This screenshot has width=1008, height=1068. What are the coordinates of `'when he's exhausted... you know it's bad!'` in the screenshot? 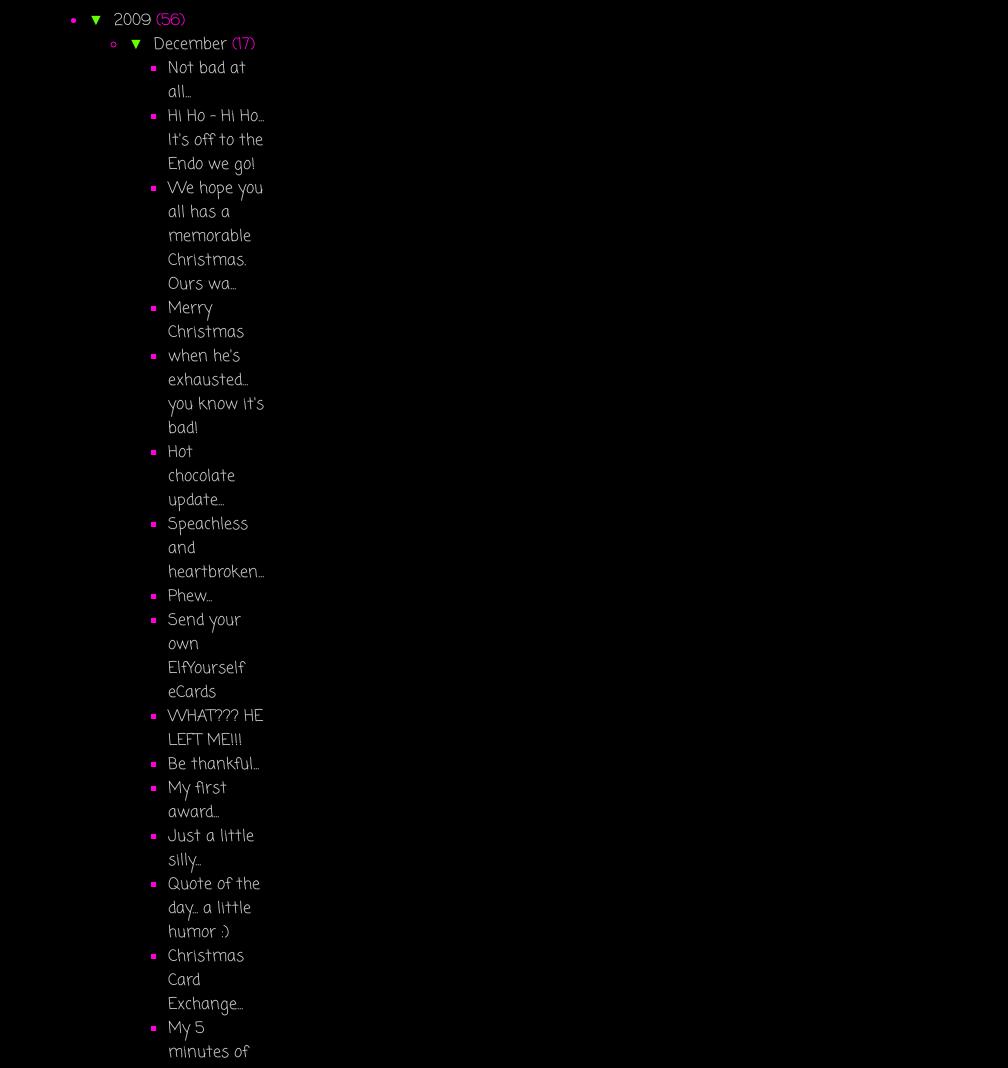 It's located at (216, 390).